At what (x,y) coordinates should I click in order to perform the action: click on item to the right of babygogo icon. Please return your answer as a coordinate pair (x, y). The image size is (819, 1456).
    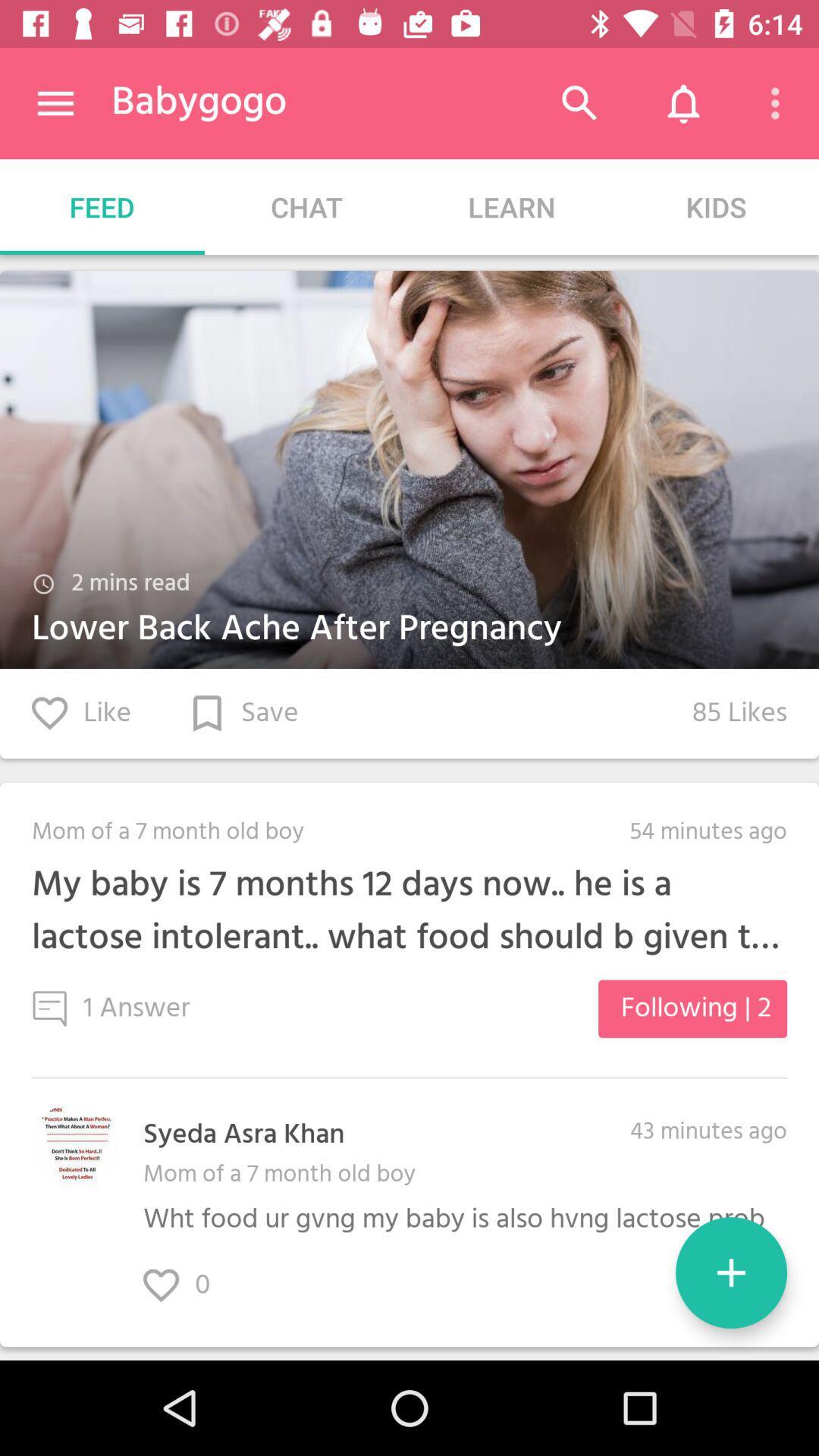
    Looking at the image, I should click on (579, 102).